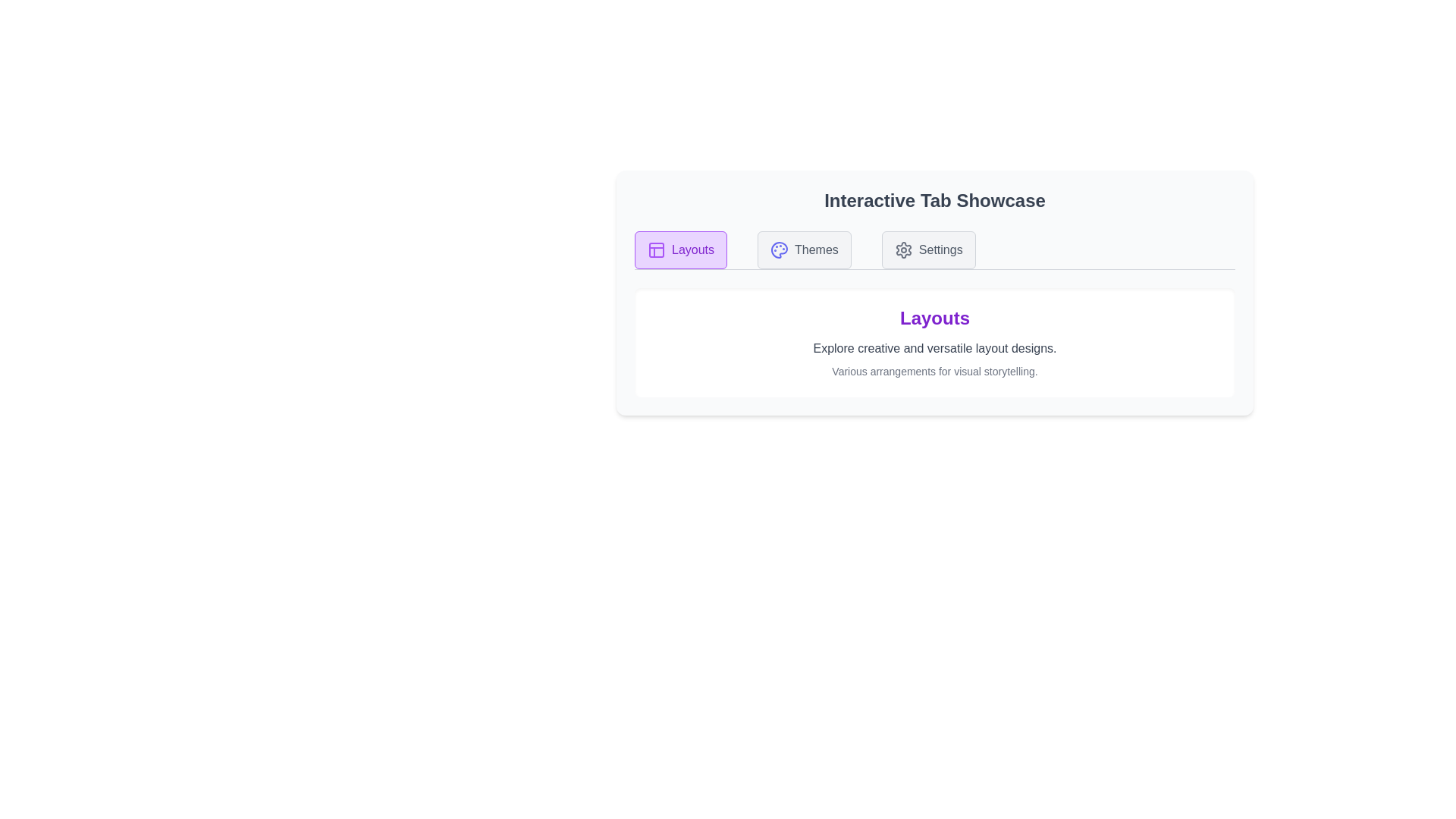 The width and height of the screenshot is (1456, 819). What do you see at coordinates (803, 249) in the screenshot?
I see `the Themes tab` at bounding box center [803, 249].